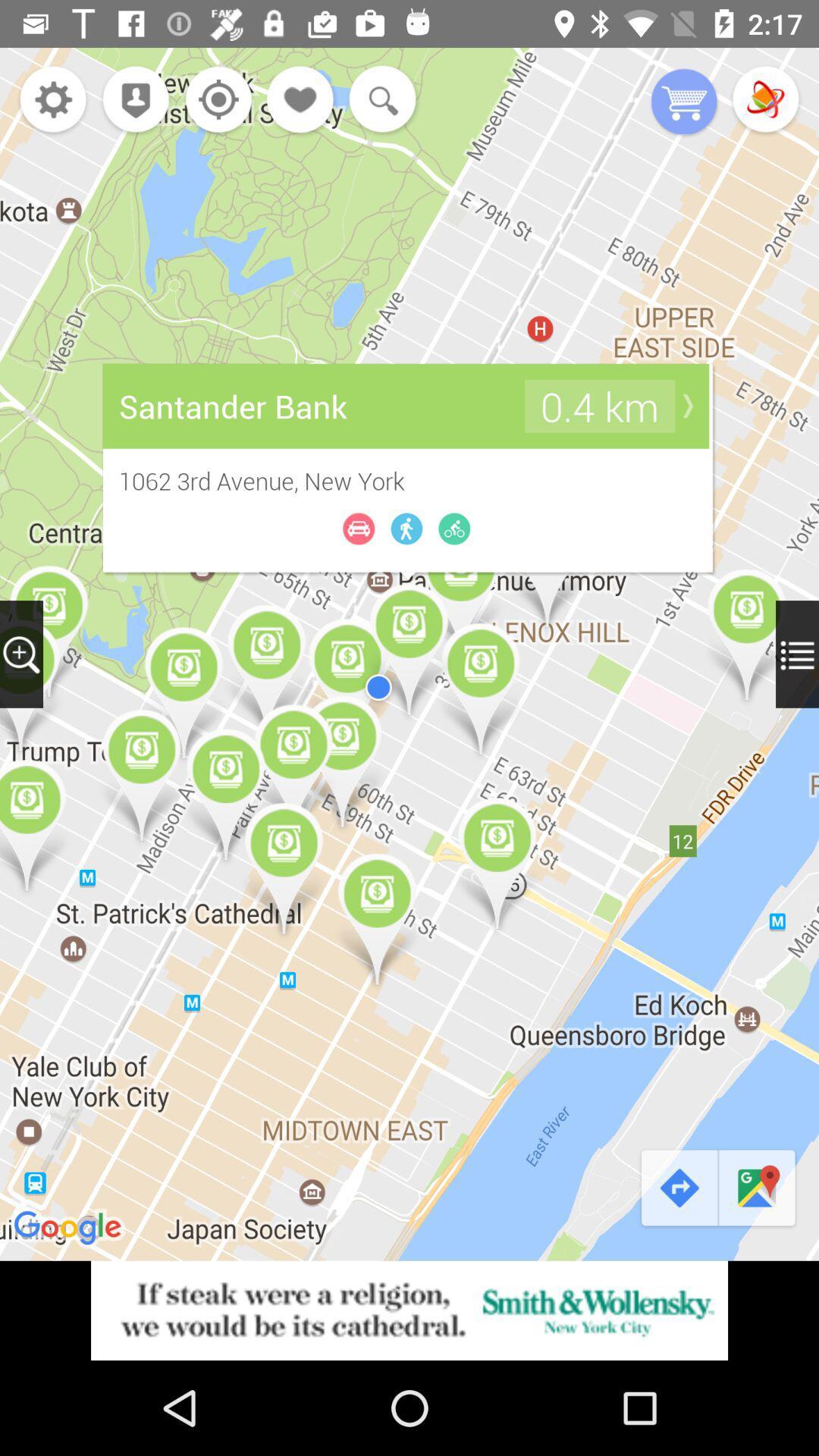  I want to click on click on search option, so click(378, 100).